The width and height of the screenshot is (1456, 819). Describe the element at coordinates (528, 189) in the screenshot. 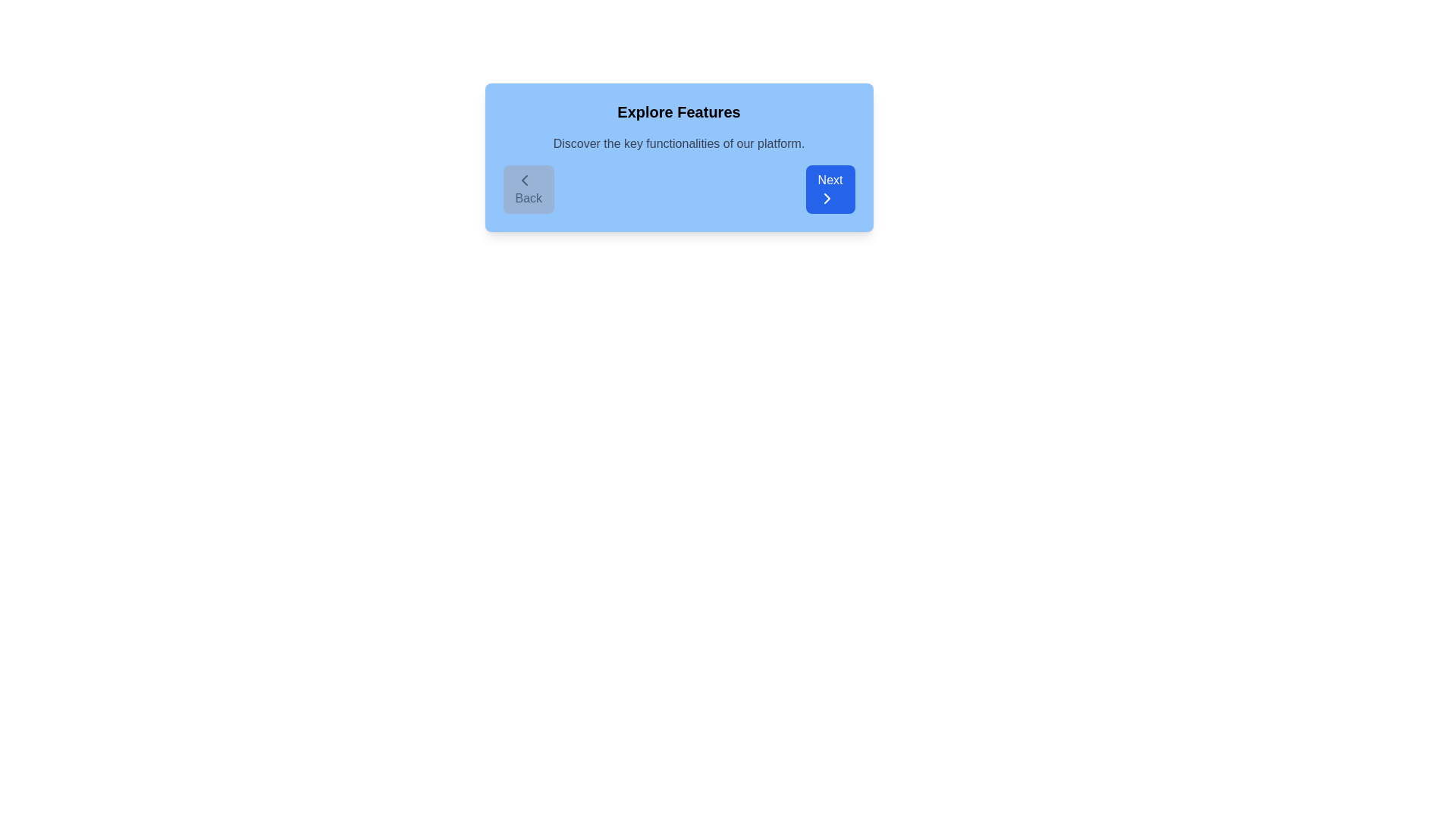

I see `the 'Back' button to navigate to the previous step of the tour` at that location.